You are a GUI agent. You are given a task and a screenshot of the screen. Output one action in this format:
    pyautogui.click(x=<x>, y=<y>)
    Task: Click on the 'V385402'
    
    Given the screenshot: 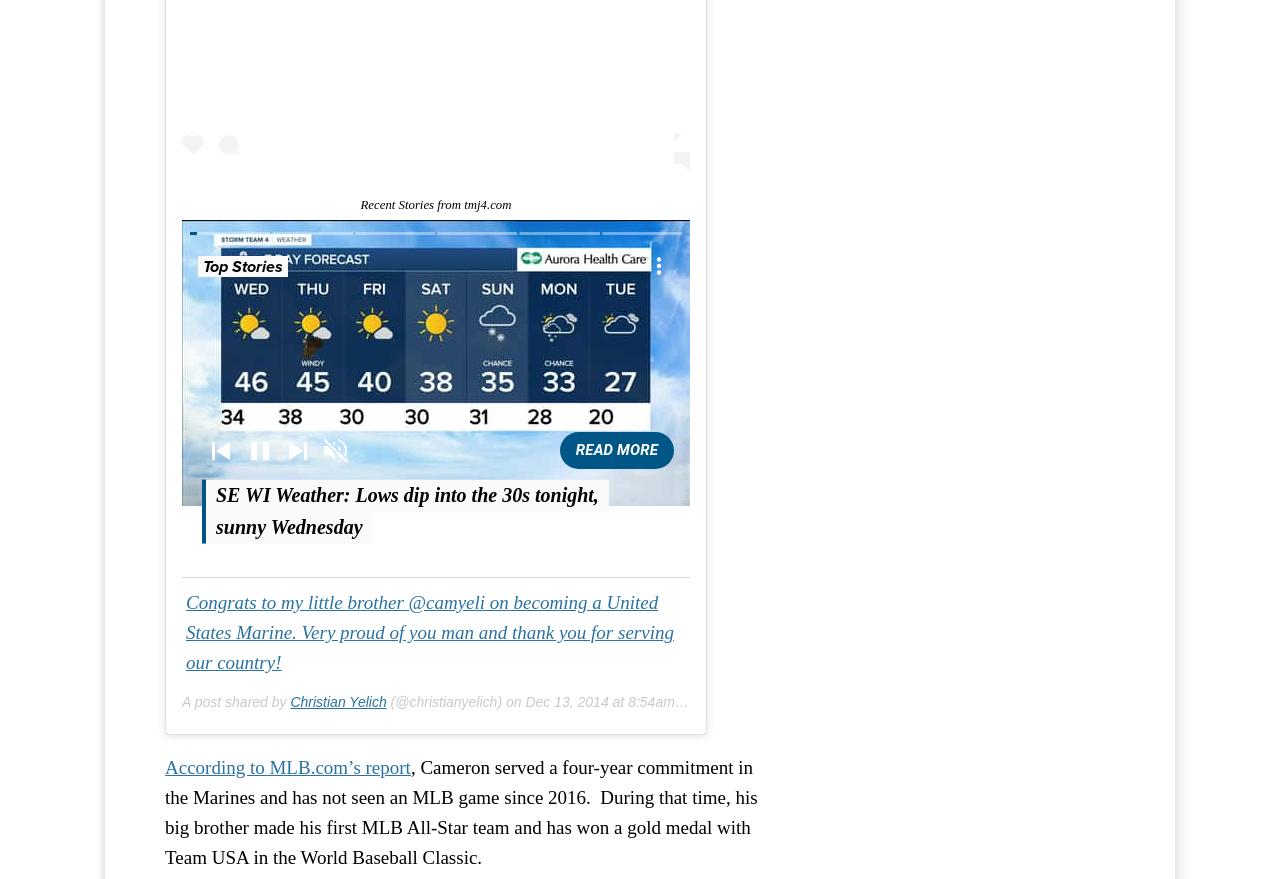 What is the action you would take?
    pyautogui.click(x=482, y=279)
    